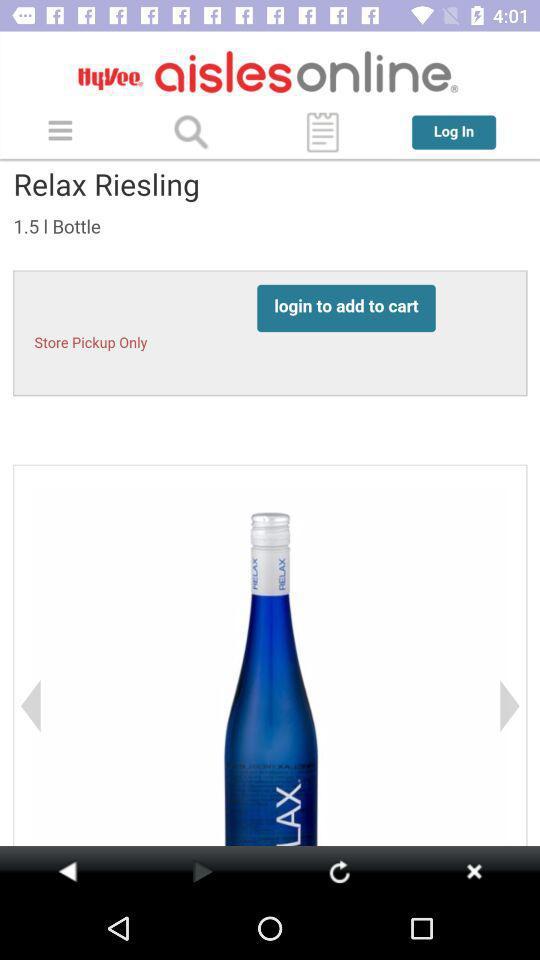  Describe the element at coordinates (473, 870) in the screenshot. I see `close` at that location.